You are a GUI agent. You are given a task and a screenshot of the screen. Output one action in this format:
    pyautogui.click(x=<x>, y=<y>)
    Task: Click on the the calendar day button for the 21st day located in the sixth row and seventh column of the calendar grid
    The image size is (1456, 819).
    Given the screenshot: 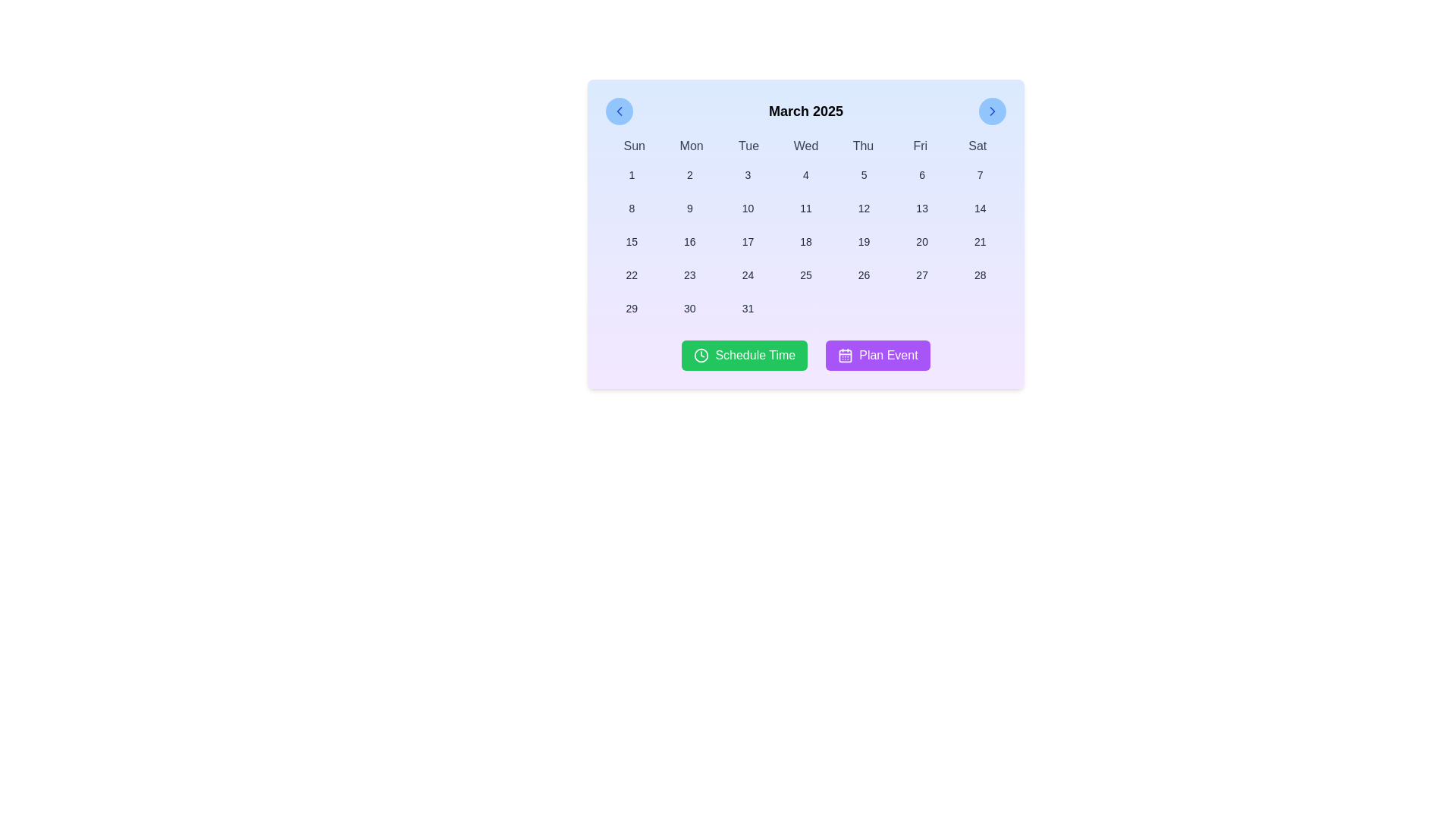 What is the action you would take?
    pyautogui.click(x=980, y=241)
    